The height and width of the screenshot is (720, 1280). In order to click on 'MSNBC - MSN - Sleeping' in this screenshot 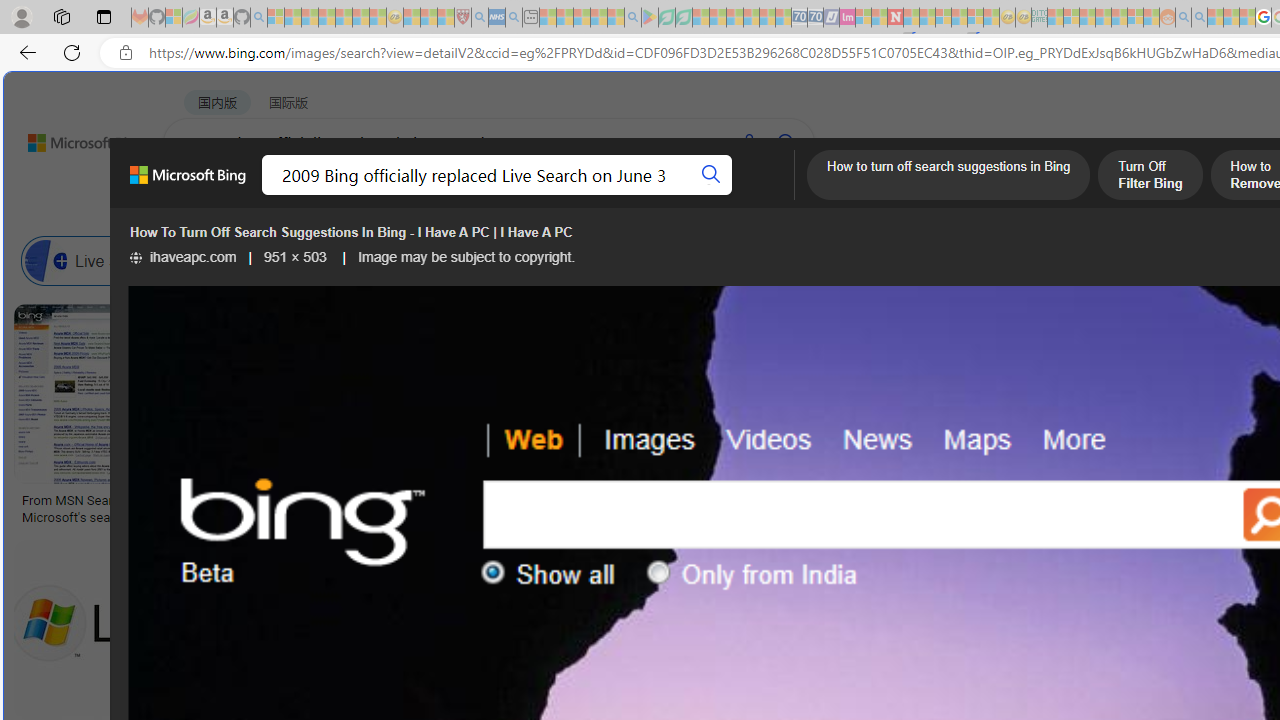, I will do `click(1055, 17)`.